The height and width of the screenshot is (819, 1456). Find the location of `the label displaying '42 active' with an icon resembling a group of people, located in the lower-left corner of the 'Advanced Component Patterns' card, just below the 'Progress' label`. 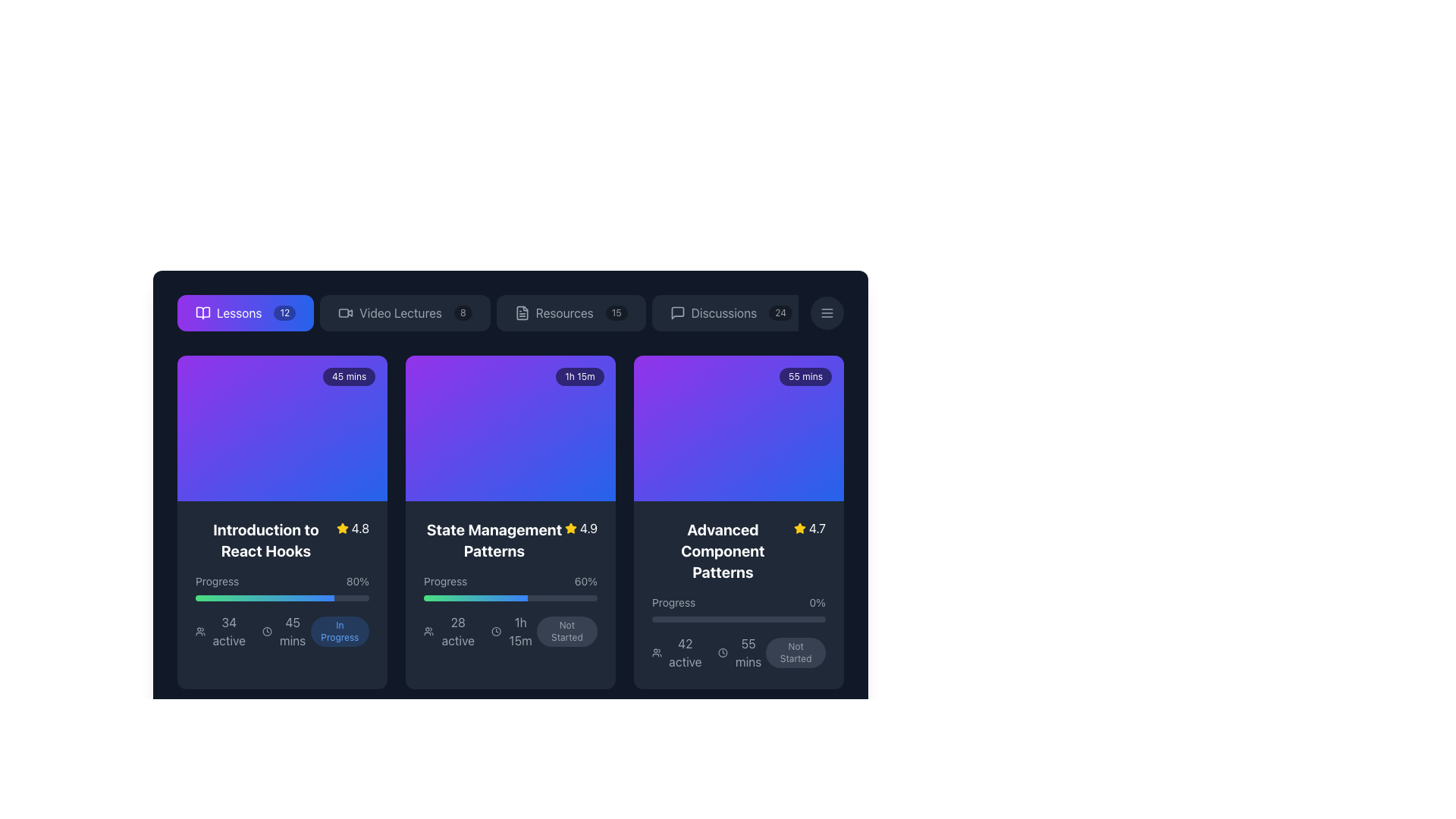

the label displaying '42 active' with an icon resembling a group of people, located in the lower-left corner of the 'Advanced Component Patterns' card, just below the 'Progress' label is located at coordinates (678, 651).